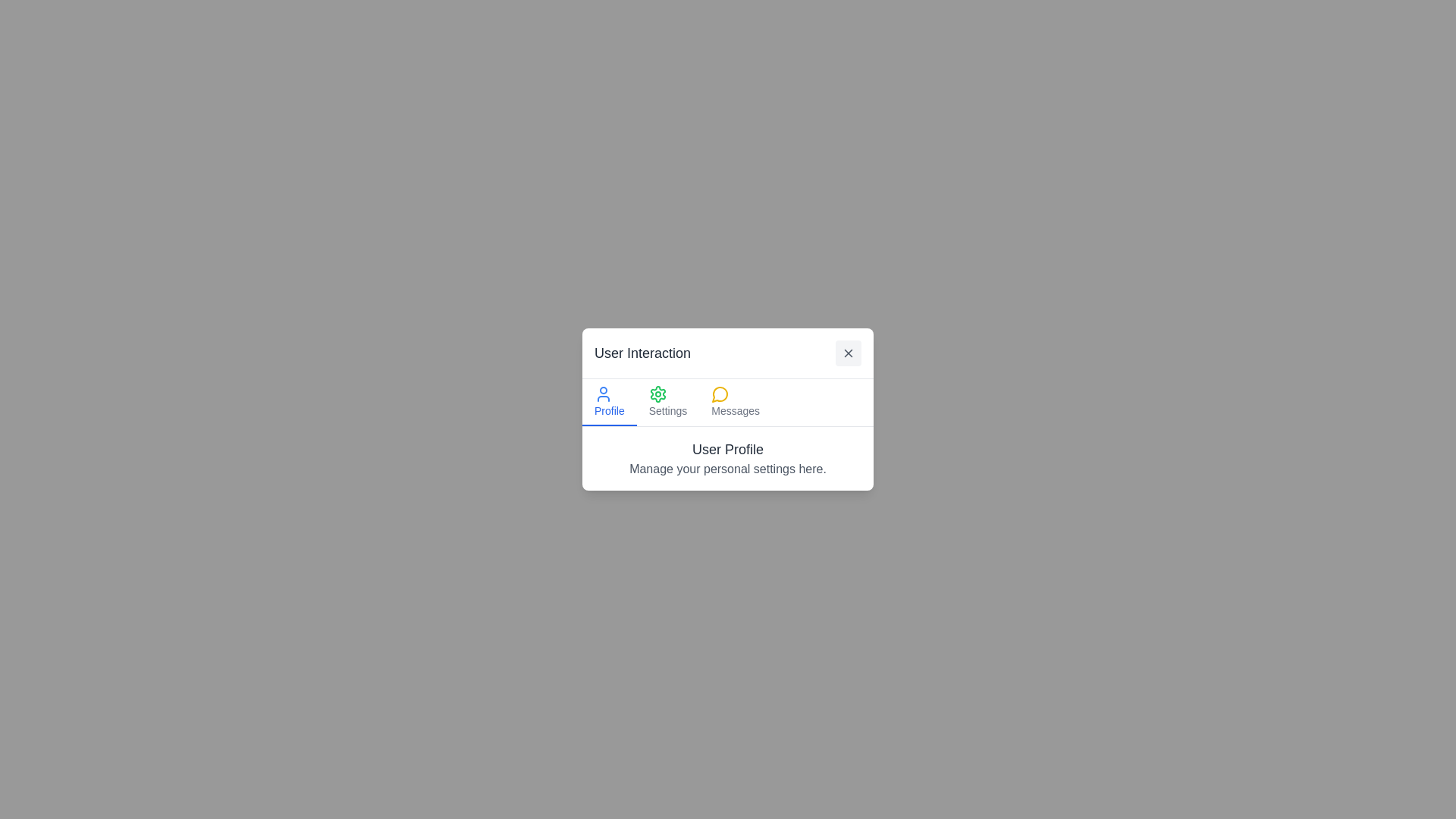 The height and width of the screenshot is (819, 1456). Describe the element at coordinates (847, 353) in the screenshot. I see `the Close button (icon-based) located in the top right corner of the 'User Interaction' box` at that location.